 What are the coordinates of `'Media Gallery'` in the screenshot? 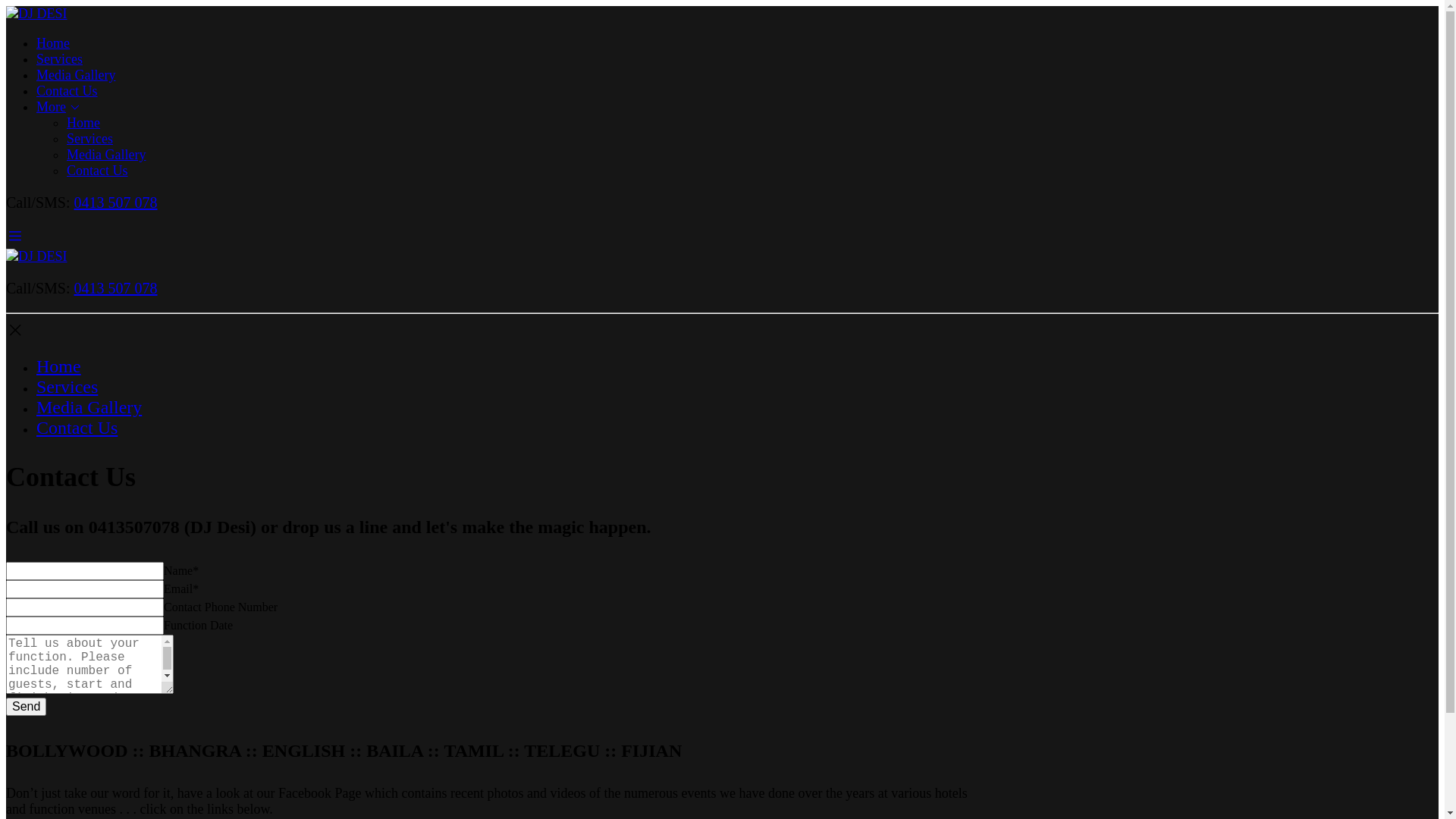 It's located at (88, 406).